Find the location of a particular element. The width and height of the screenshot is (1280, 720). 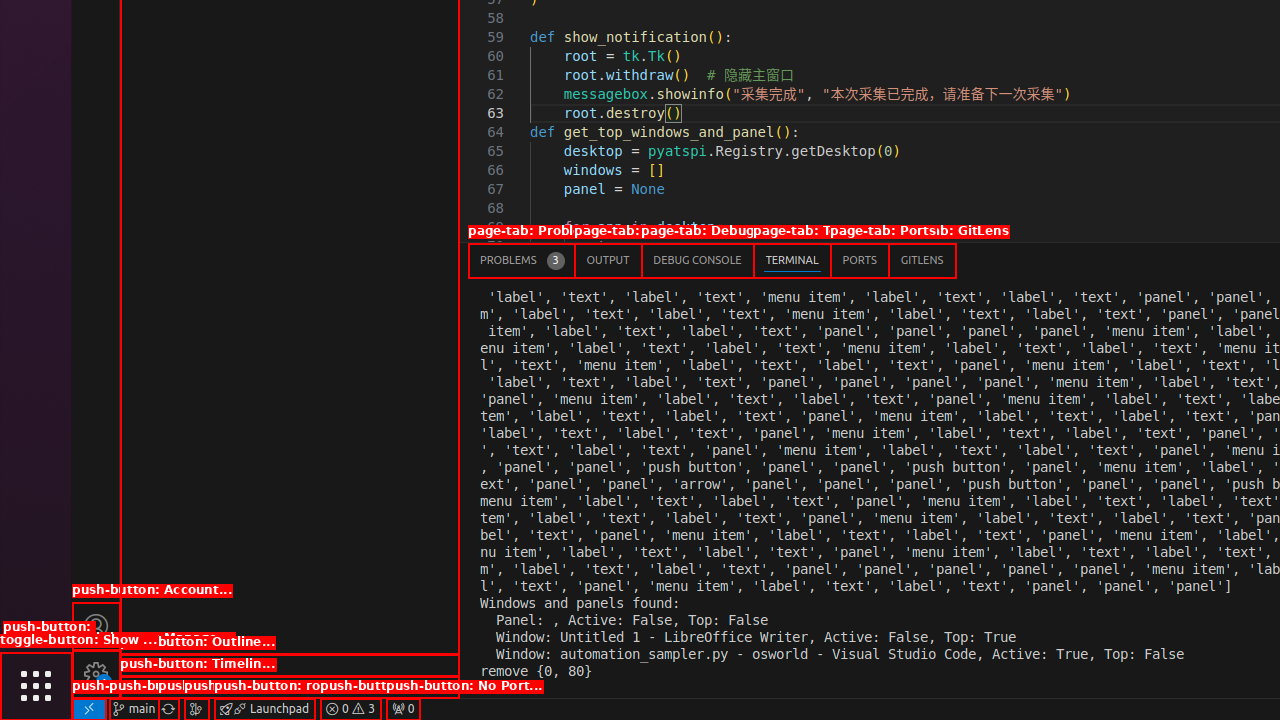

'Warnings: 3' is located at coordinates (350, 707).